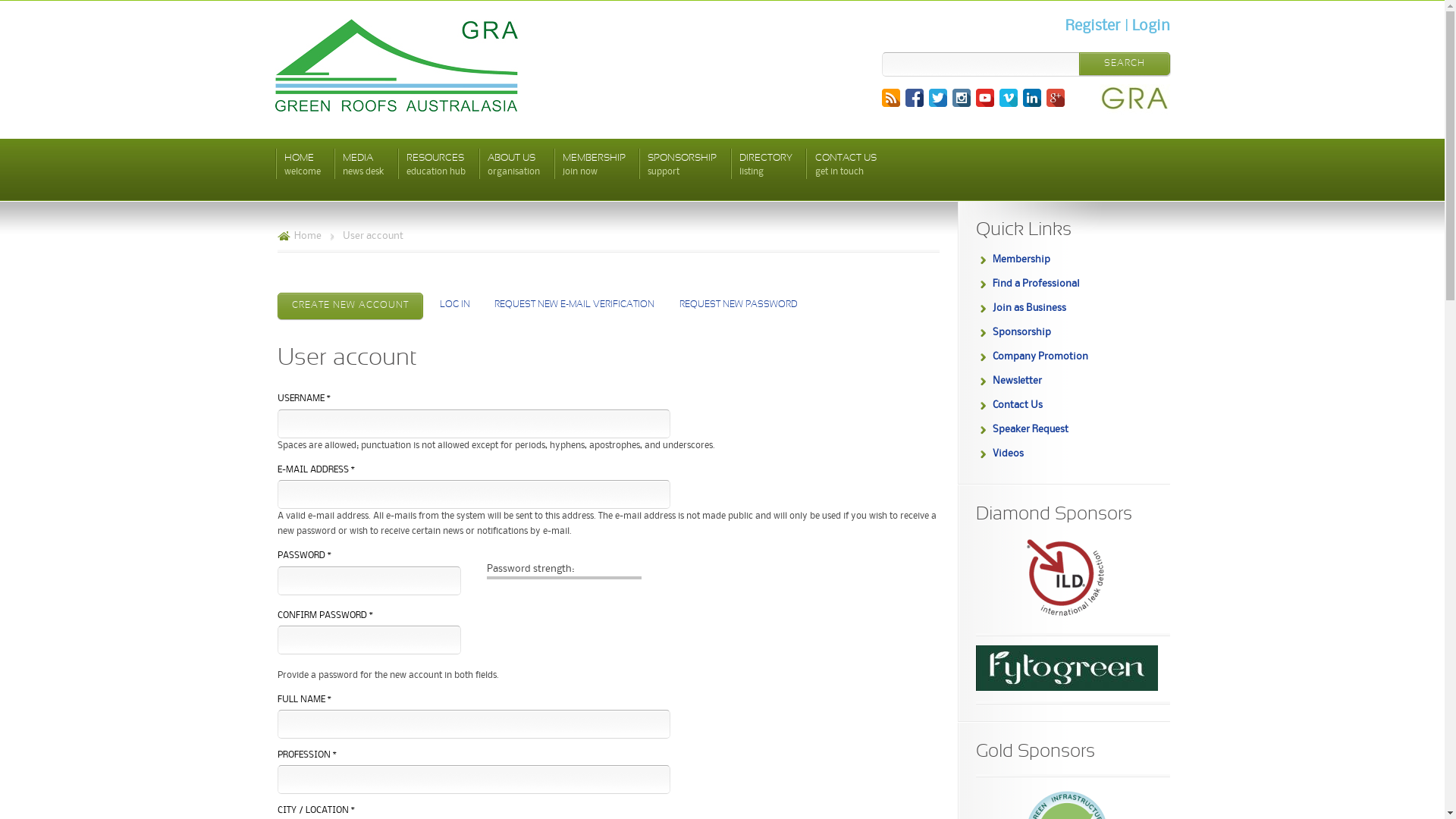 The width and height of the screenshot is (1456, 819). Describe the element at coordinates (573, 304) in the screenshot. I see `'REQUEST NEW E-MAIL VERIFICATION'` at that location.